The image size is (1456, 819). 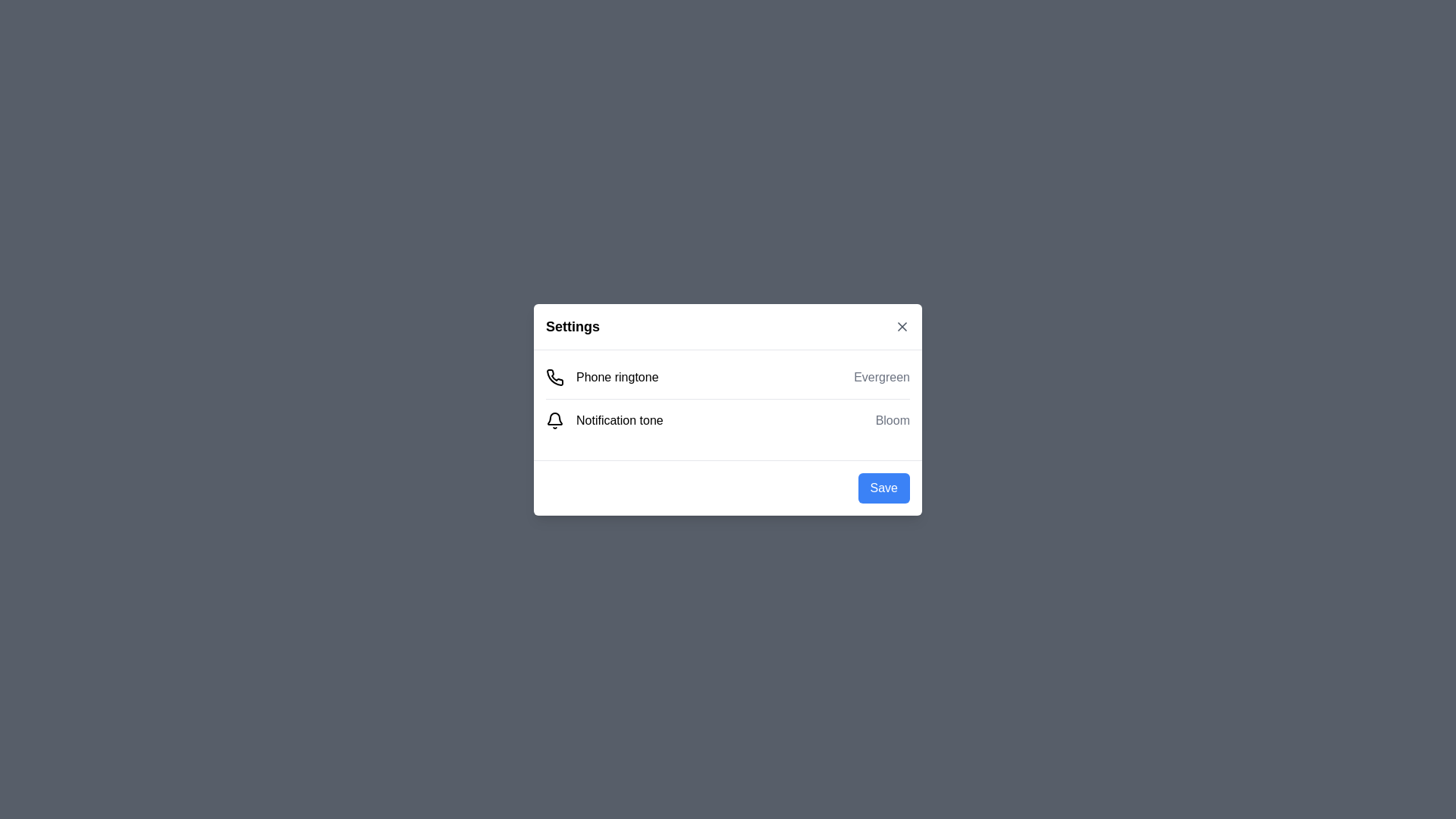 What do you see at coordinates (554, 376) in the screenshot?
I see `the phone-shaped icon located adjacent to the 'Phone ringtone' label in the settings menu` at bounding box center [554, 376].